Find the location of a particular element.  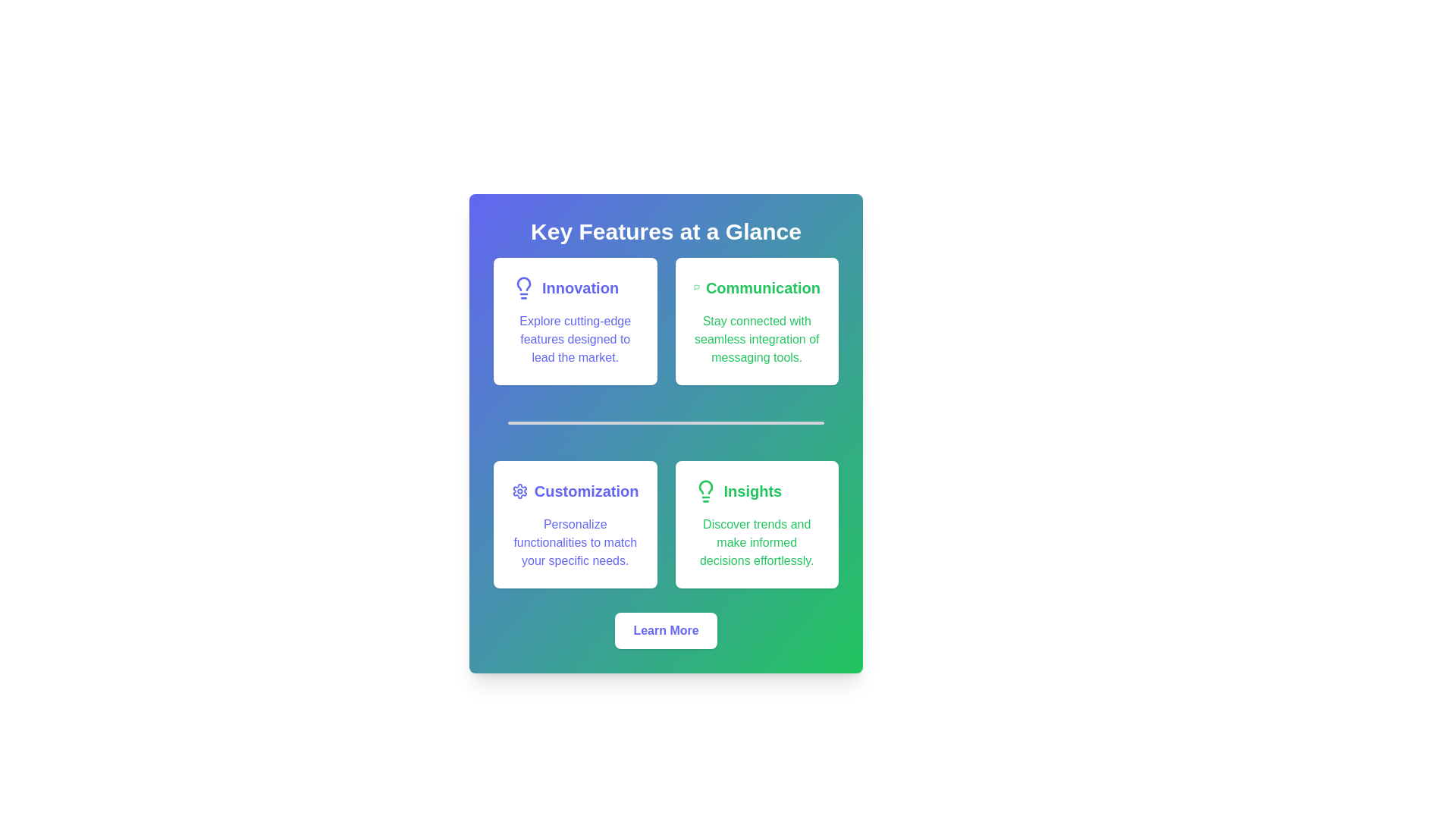

text content of the 'Insights' Text Label, which is bold and slightly larger, located towards the bottom-right corner of its section, accompanied by a light bulb icon is located at coordinates (752, 491).